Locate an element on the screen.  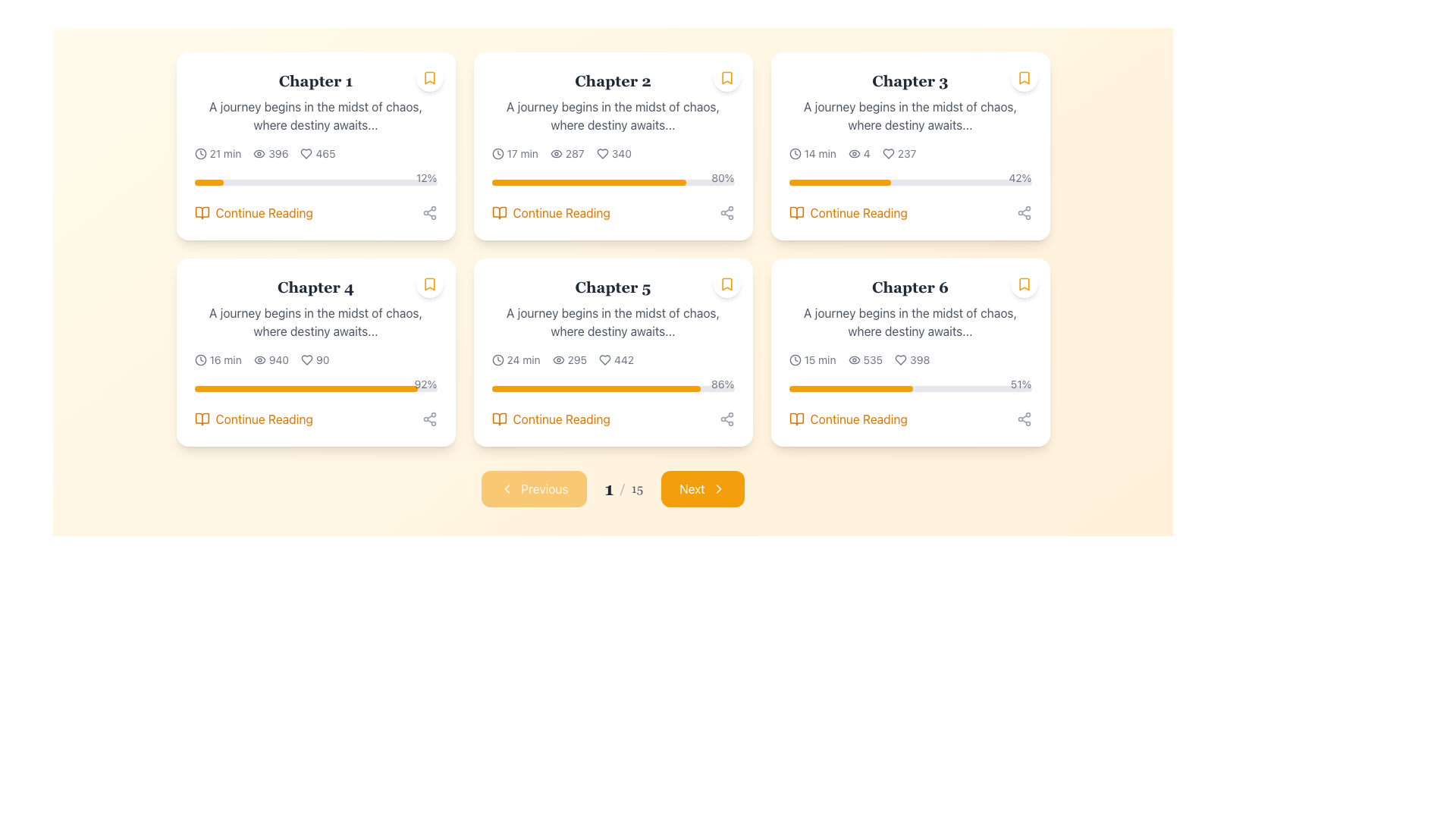
the progress bar located in the third chapter card of the 2x3 grid layout, which is centrally aligned near the bottom of the card, above the 'Continue Reading' button is located at coordinates (910, 181).